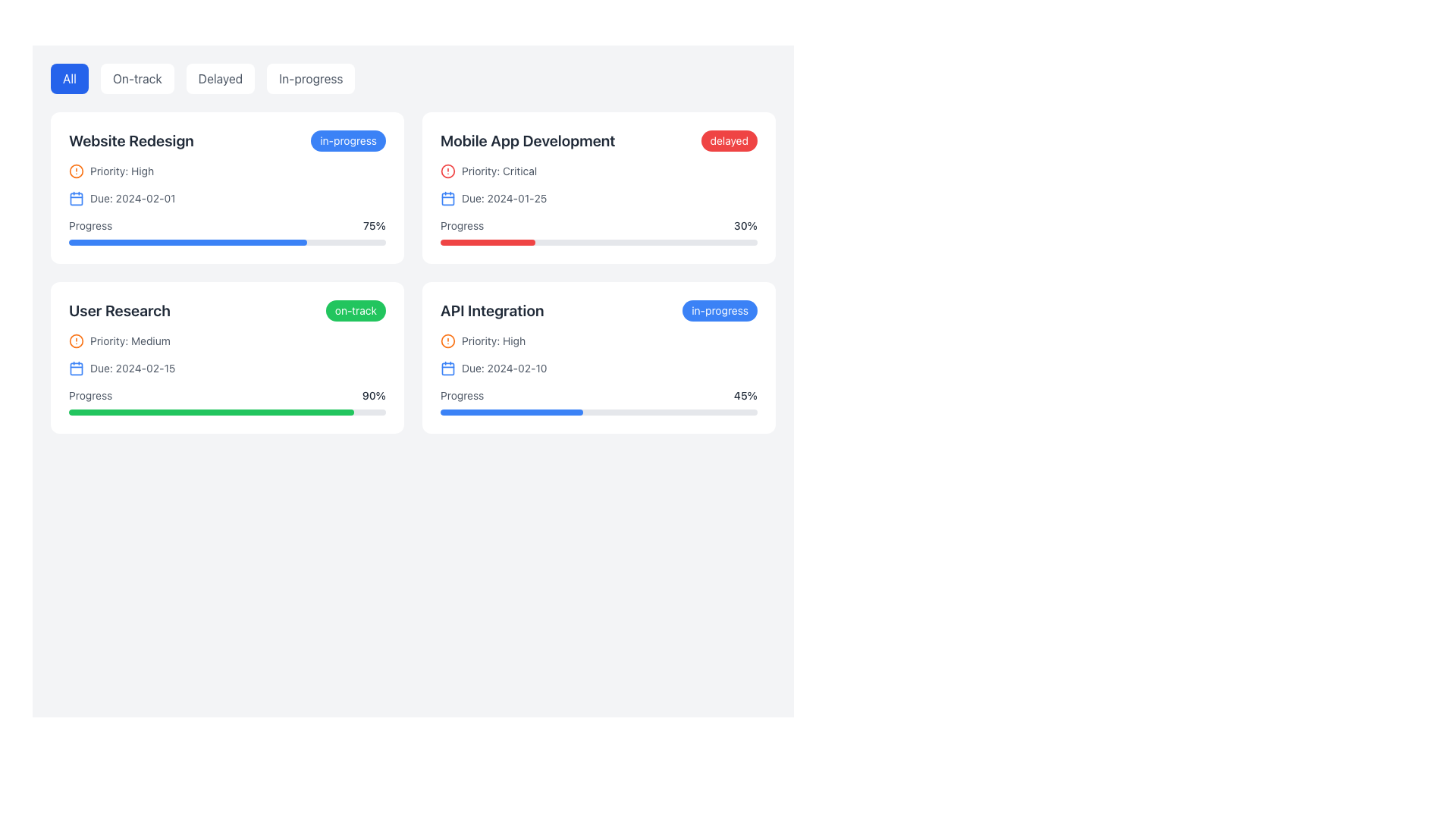 The height and width of the screenshot is (819, 1456). I want to click on the decorative graphical element of the calendar icon located in the bottom left region, adjacent to the due date '2024-02-15' within the 'User Research' card, so click(75, 369).